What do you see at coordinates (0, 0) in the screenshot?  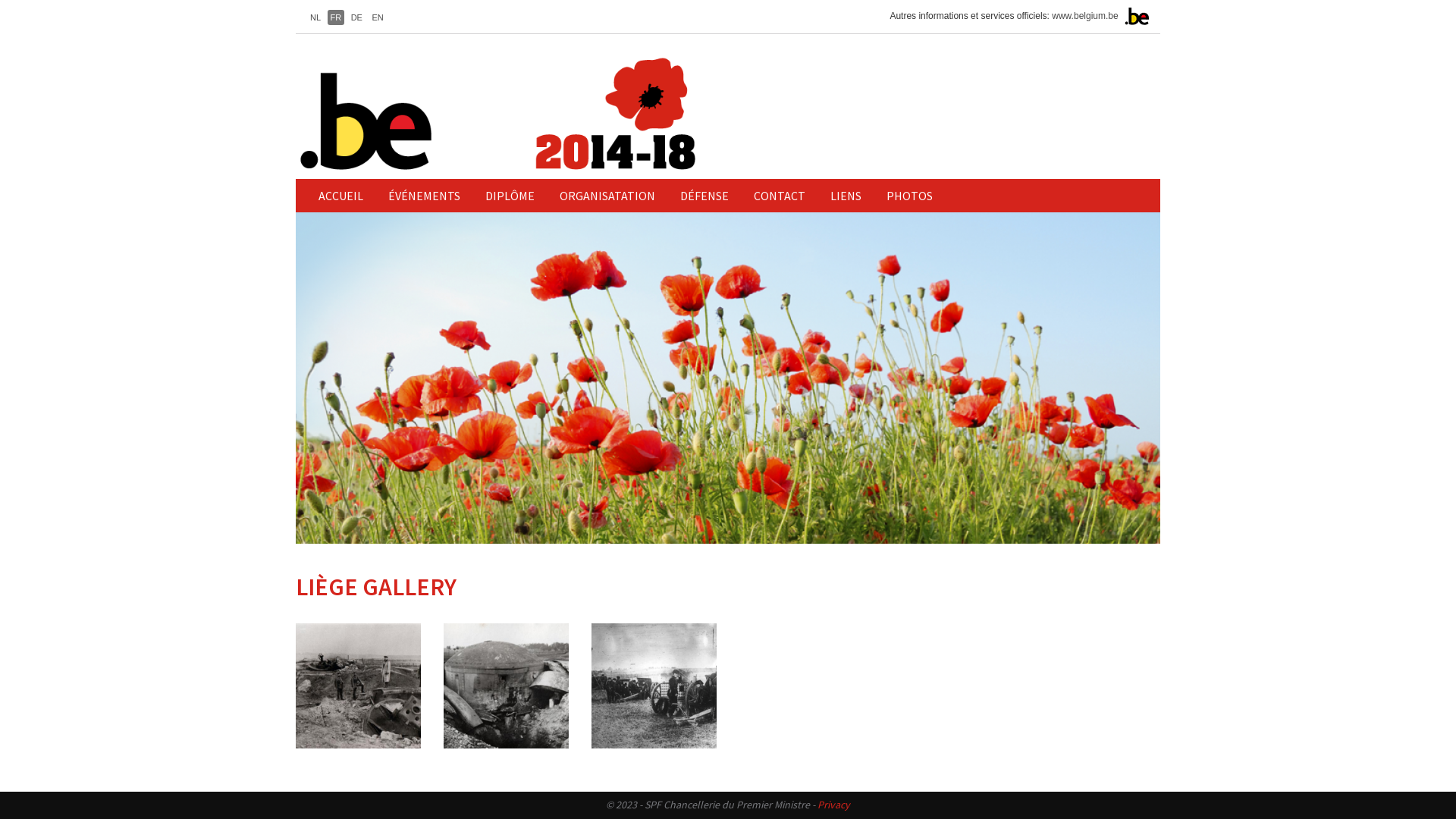 I see `'Skip to main content'` at bounding box center [0, 0].